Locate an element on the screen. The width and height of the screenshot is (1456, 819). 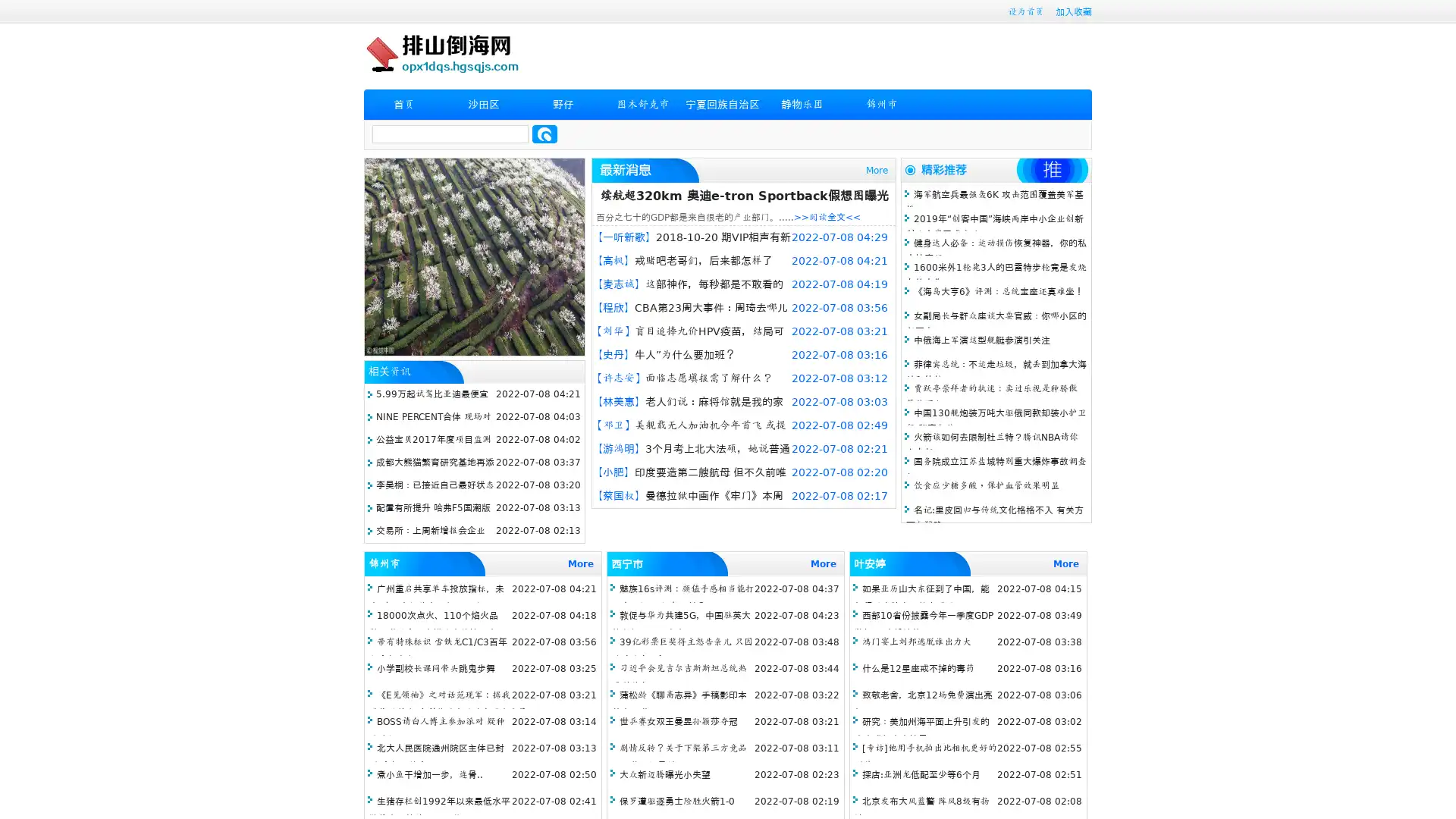
Search is located at coordinates (544, 133).